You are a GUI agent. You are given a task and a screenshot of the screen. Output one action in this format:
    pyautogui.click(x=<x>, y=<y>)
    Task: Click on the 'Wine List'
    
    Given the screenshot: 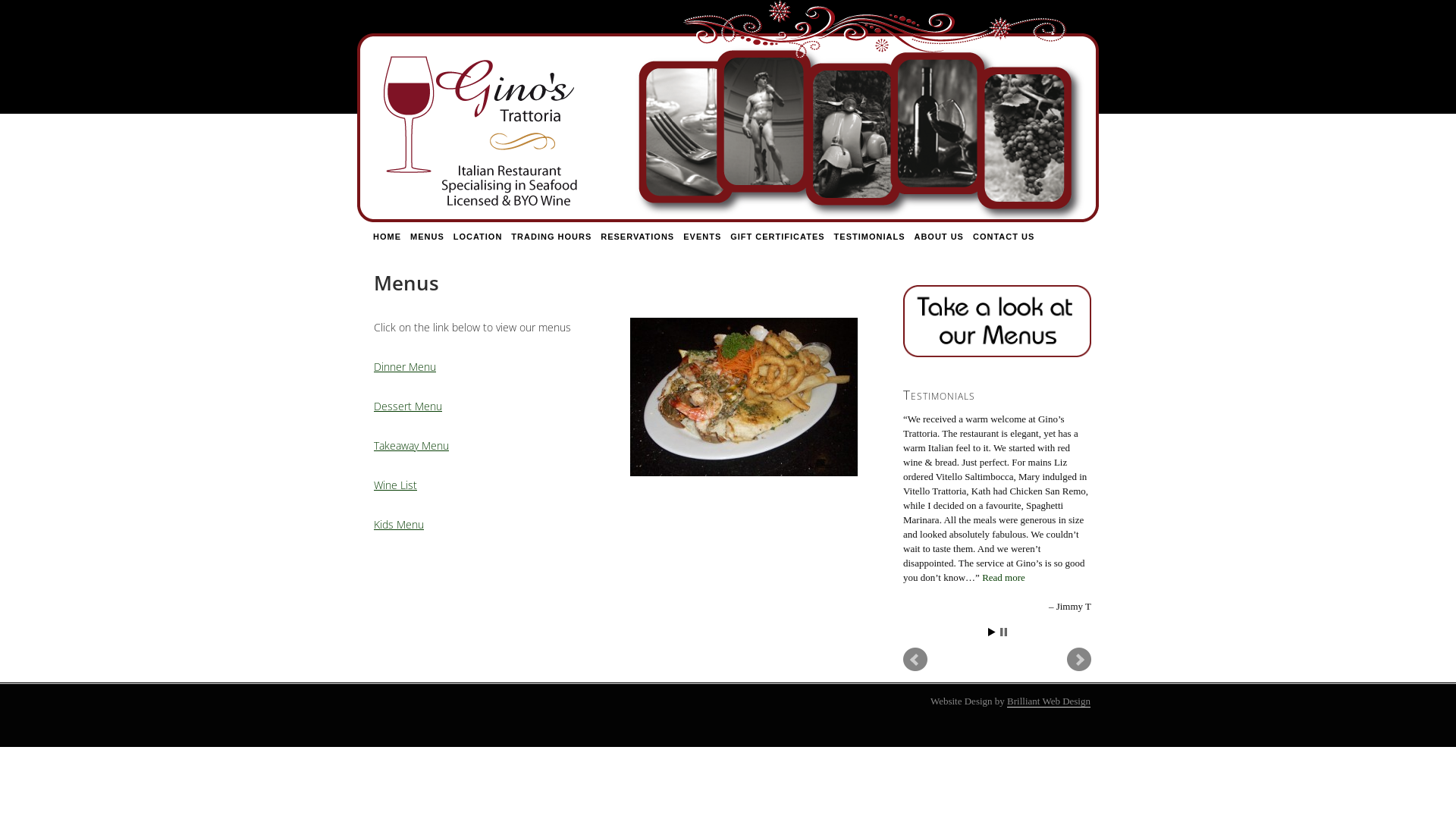 What is the action you would take?
    pyautogui.click(x=395, y=485)
    